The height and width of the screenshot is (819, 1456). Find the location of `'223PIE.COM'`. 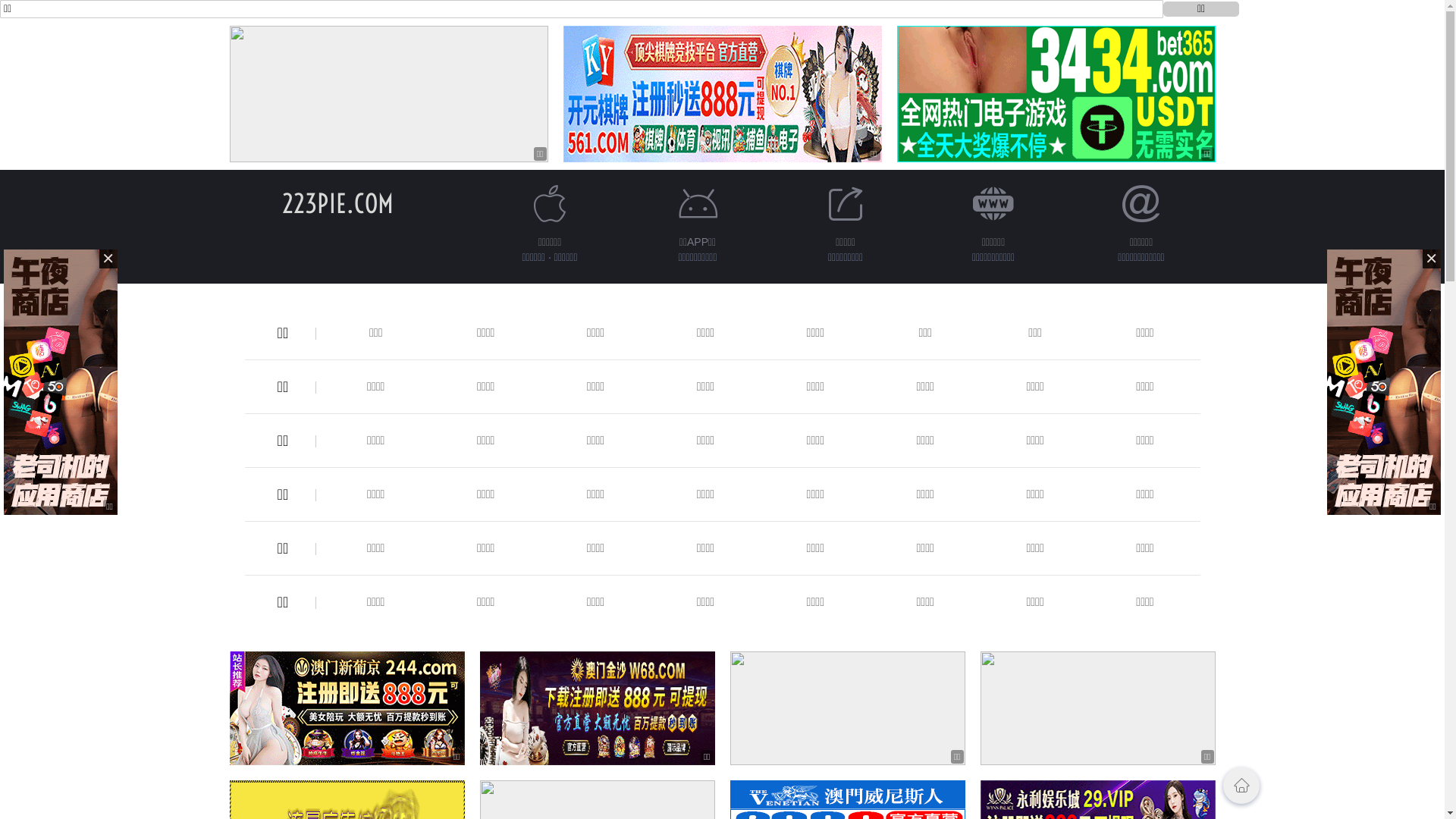

'223PIE.COM' is located at coordinates (337, 202).